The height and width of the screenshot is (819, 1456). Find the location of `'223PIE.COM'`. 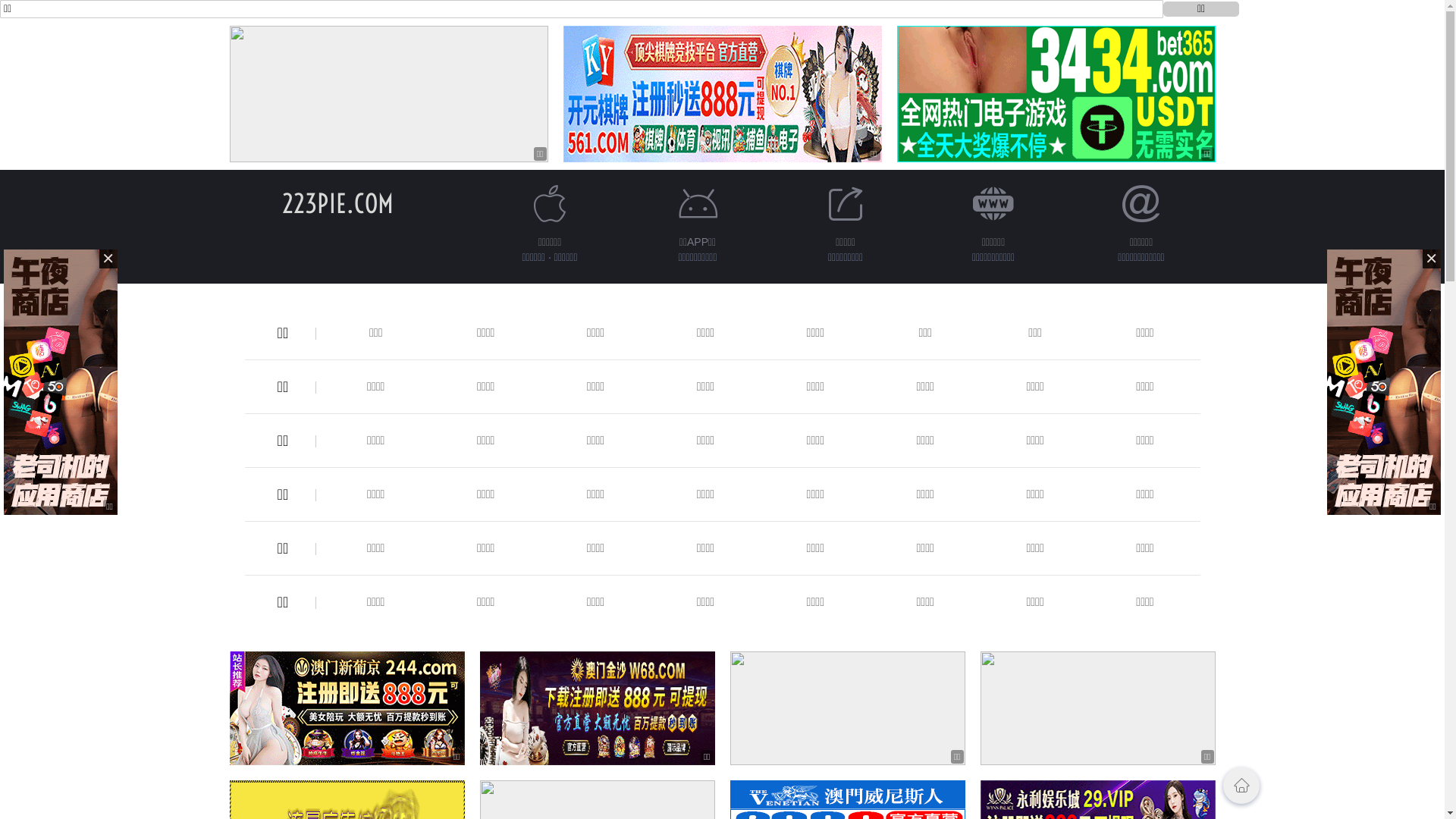

'223PIE.COM' is located at coordinates (337, 202).